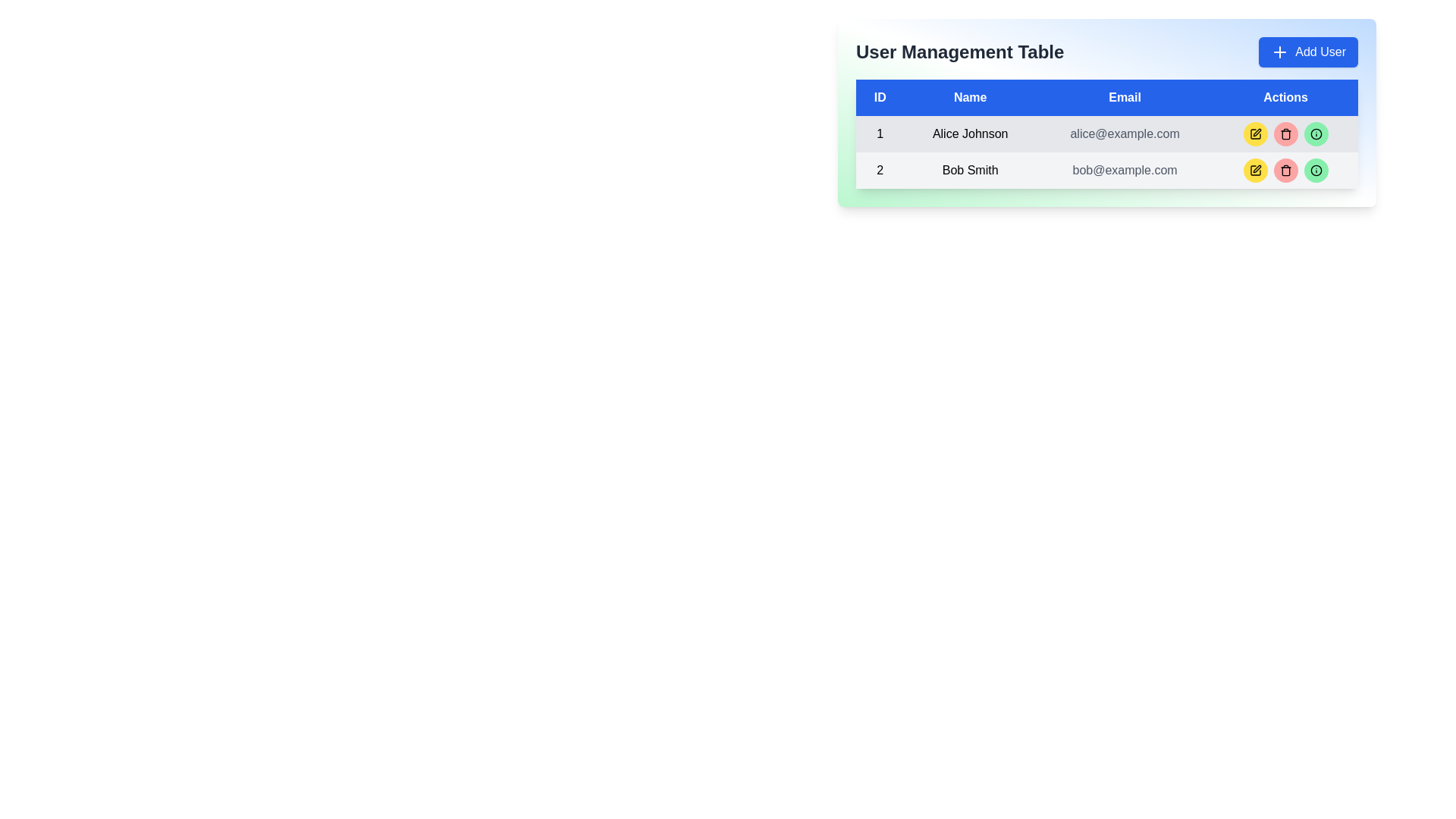 Image resolution: width=1456 pixels, height=819 pixels. I want to click on the second row in the user management table for possible bulk actions, so click(1106, 170).